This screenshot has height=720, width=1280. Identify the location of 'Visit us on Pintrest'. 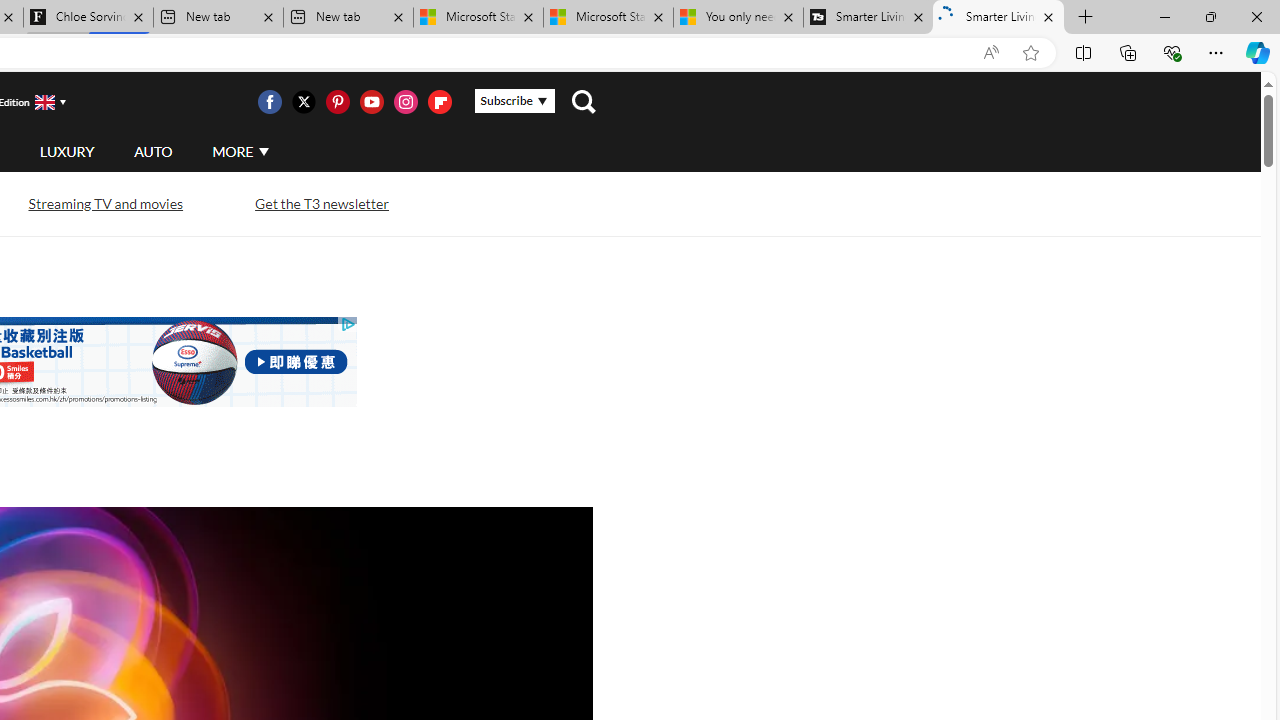
(337, 101).